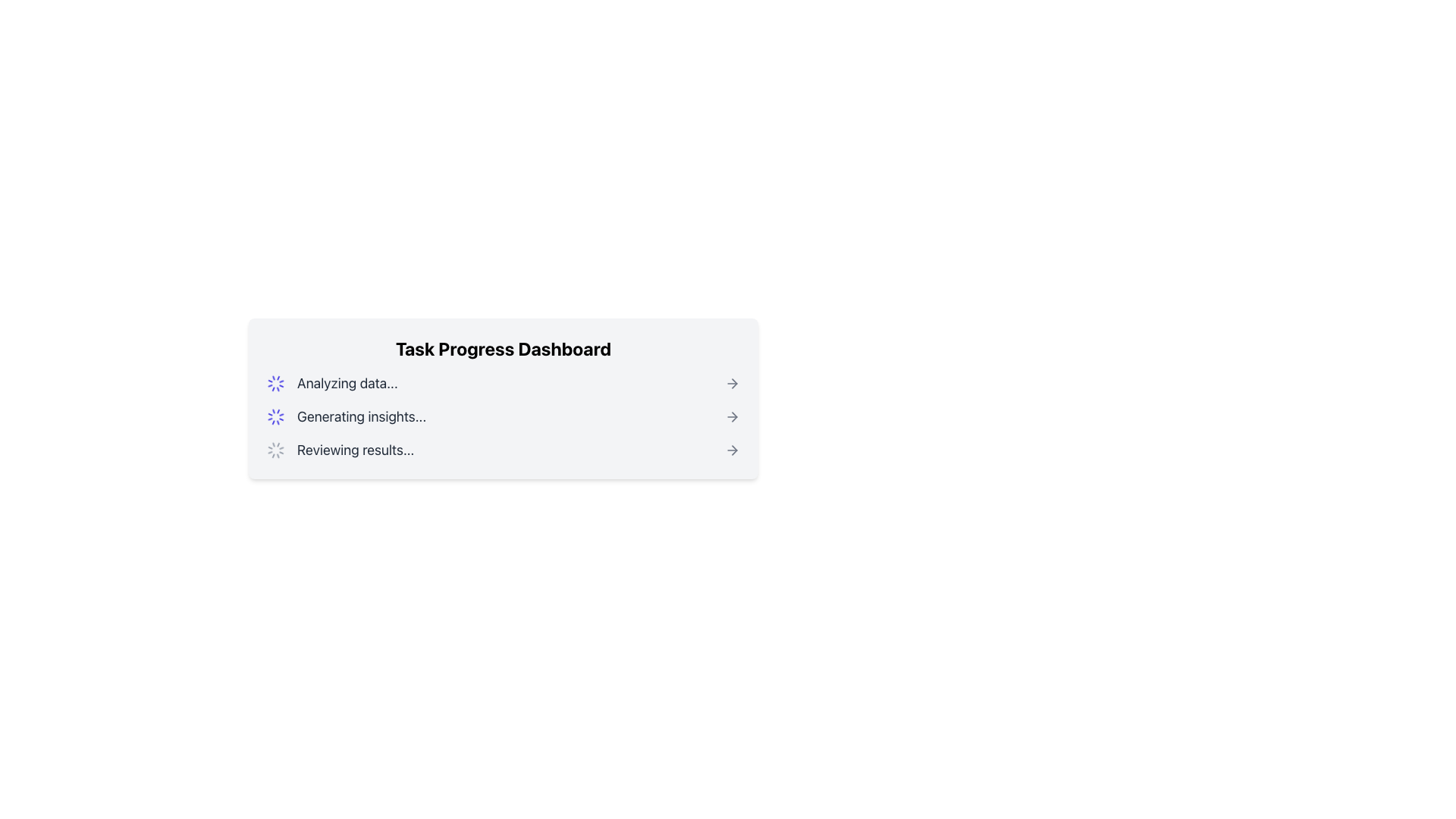 This screenshot has width=1456, height=819. I want to click on the static text label indicating 'Reviewing results...' located at the bottom of the task progress dashboard, so click(355, 450).